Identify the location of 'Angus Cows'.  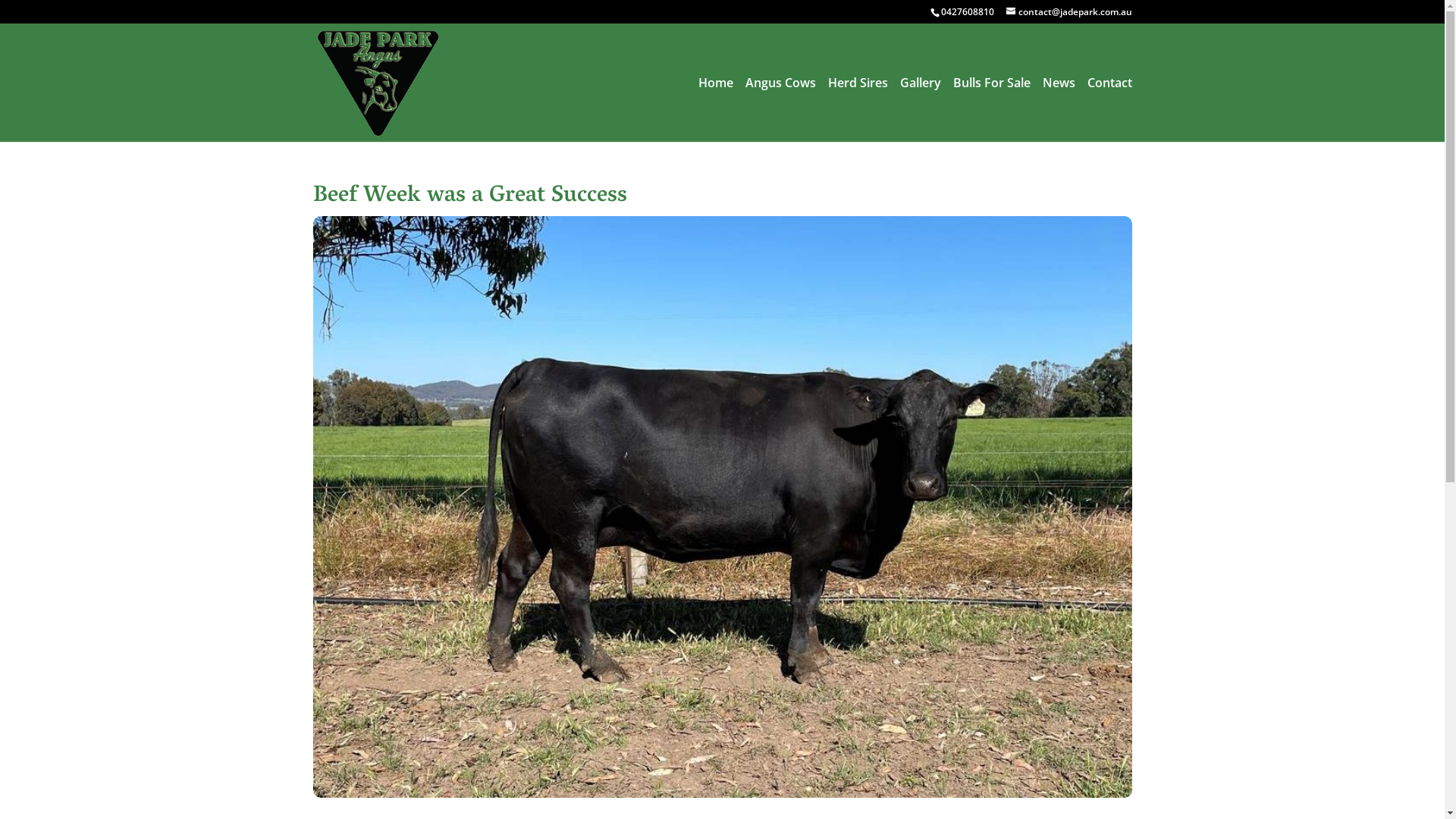
(780, 108).